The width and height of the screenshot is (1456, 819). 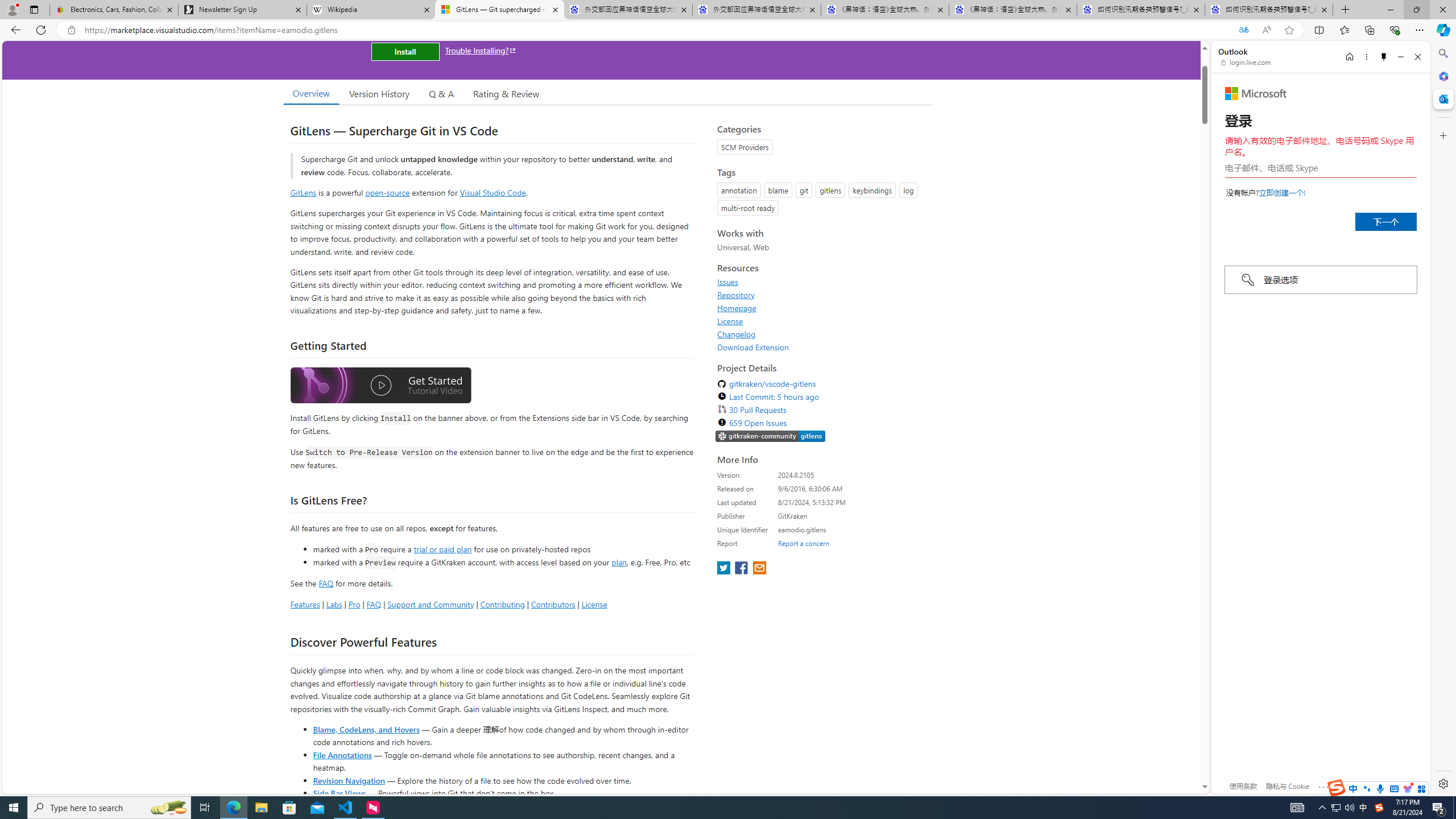 I want to click on 'Changelog', so click(x=737, y=333).